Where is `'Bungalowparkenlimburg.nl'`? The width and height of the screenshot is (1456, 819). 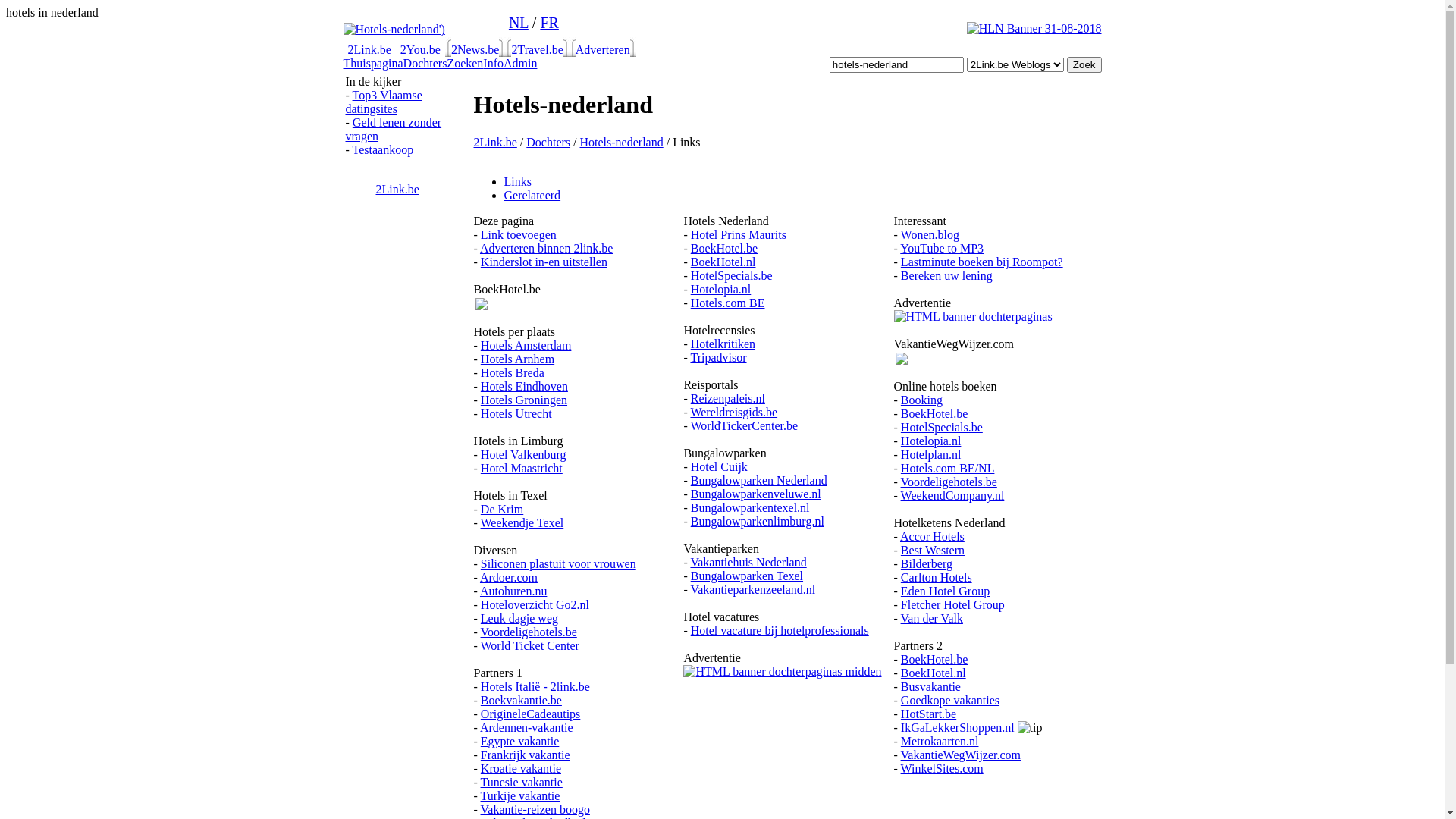 'Bungalowparkenlimburg.nl' is located at coordinates (757, 520).